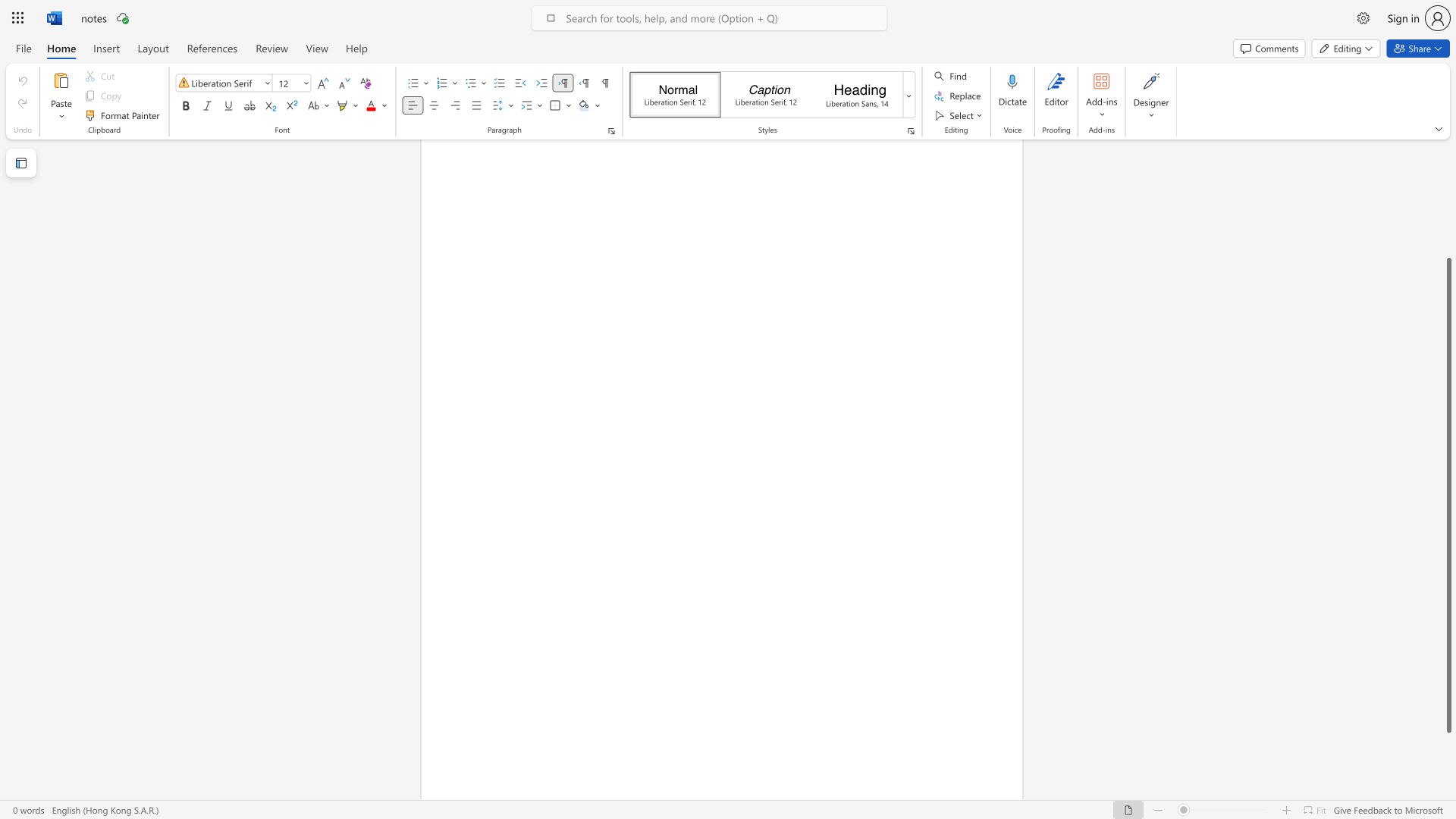 This screenshot has height=819, width=1456. What do you see at coordinates (1448, 234) in the screenshot?
I see `the scrollbar to slide the page up` at bounding box center [1448, 234].